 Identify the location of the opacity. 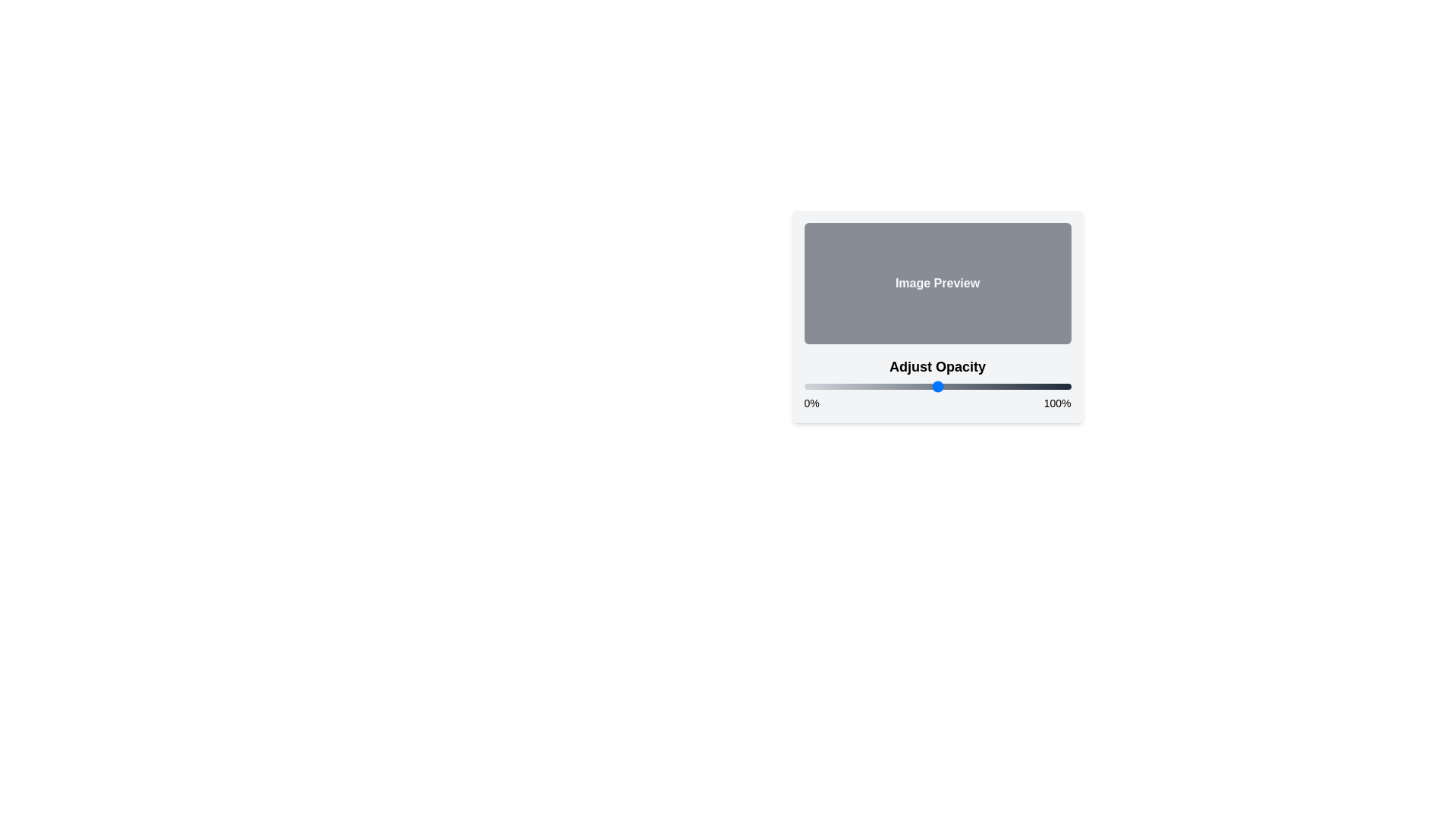
(972, 385).